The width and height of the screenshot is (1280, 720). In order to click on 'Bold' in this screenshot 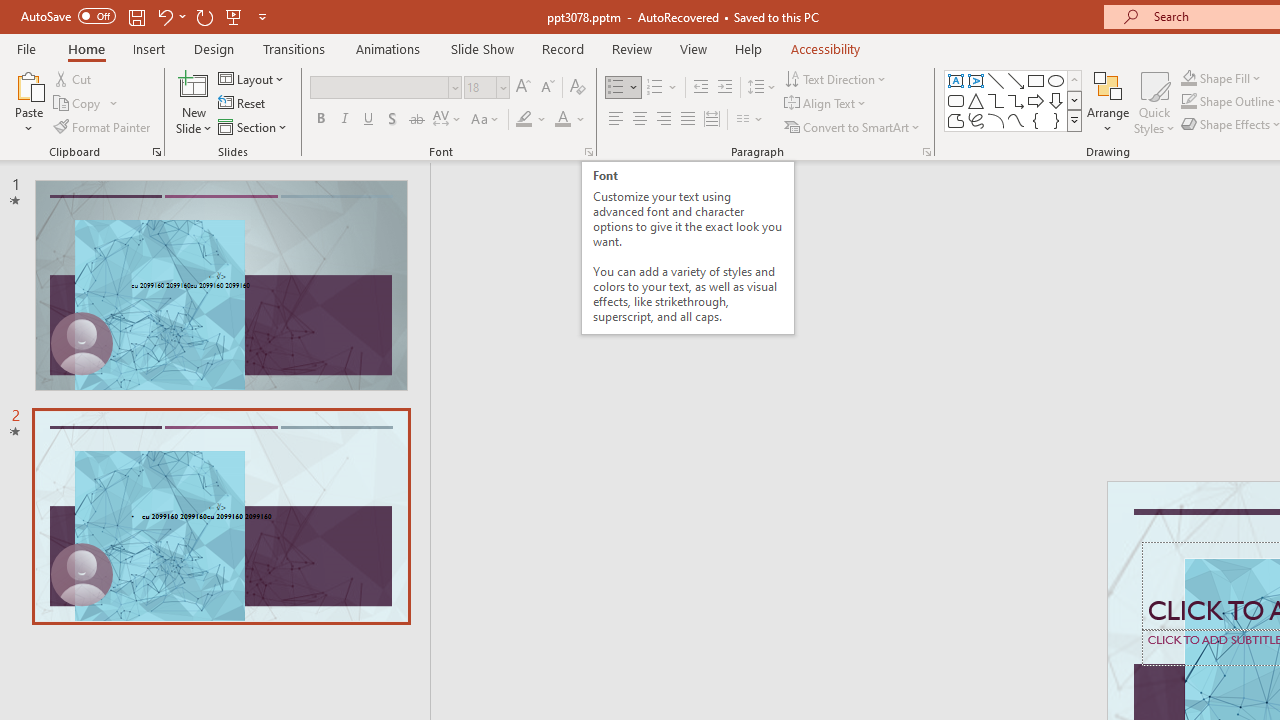, I will do `click(320, 119)`.